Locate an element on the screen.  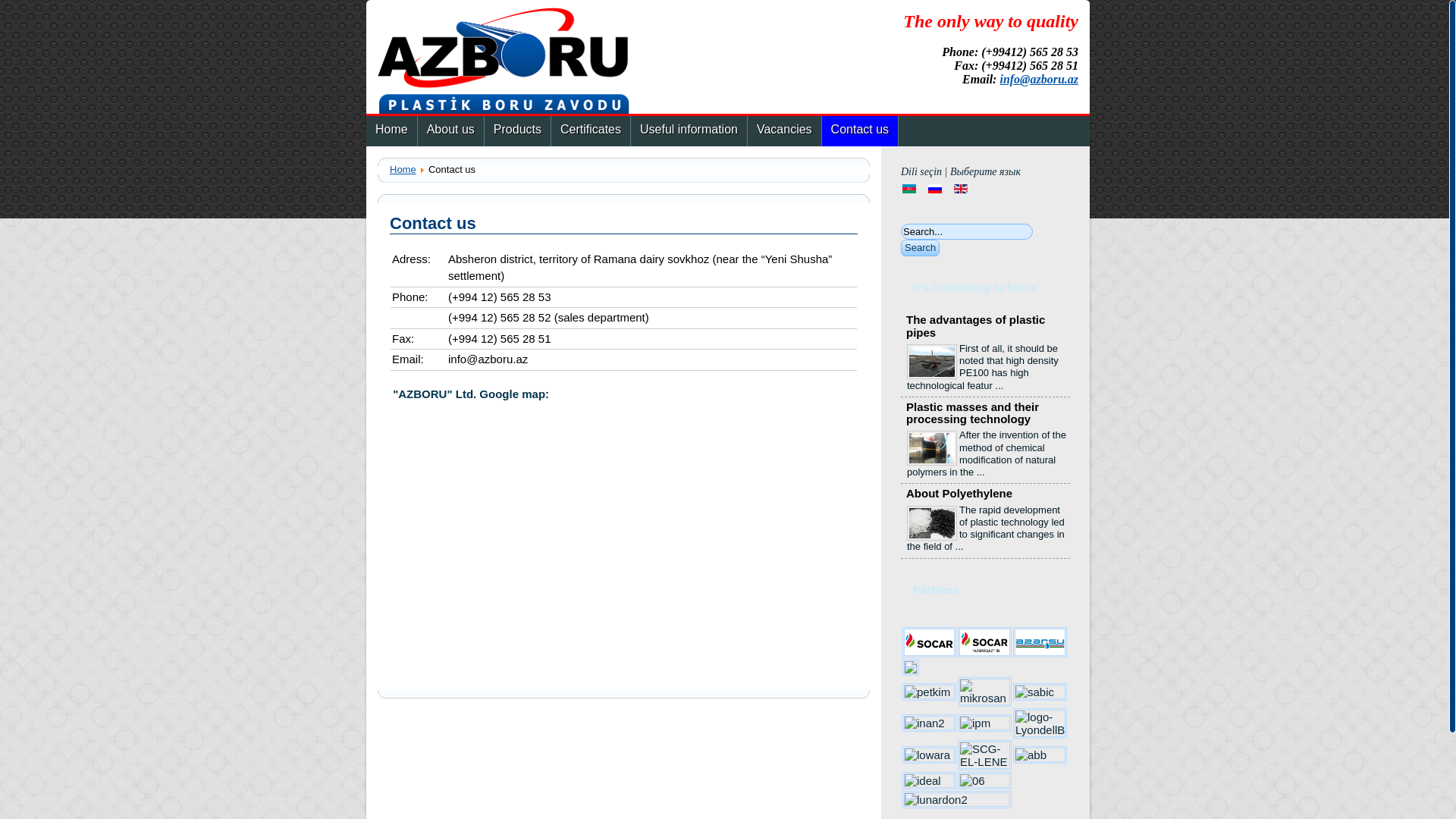
'Home' is located at coordinates (403, 169).